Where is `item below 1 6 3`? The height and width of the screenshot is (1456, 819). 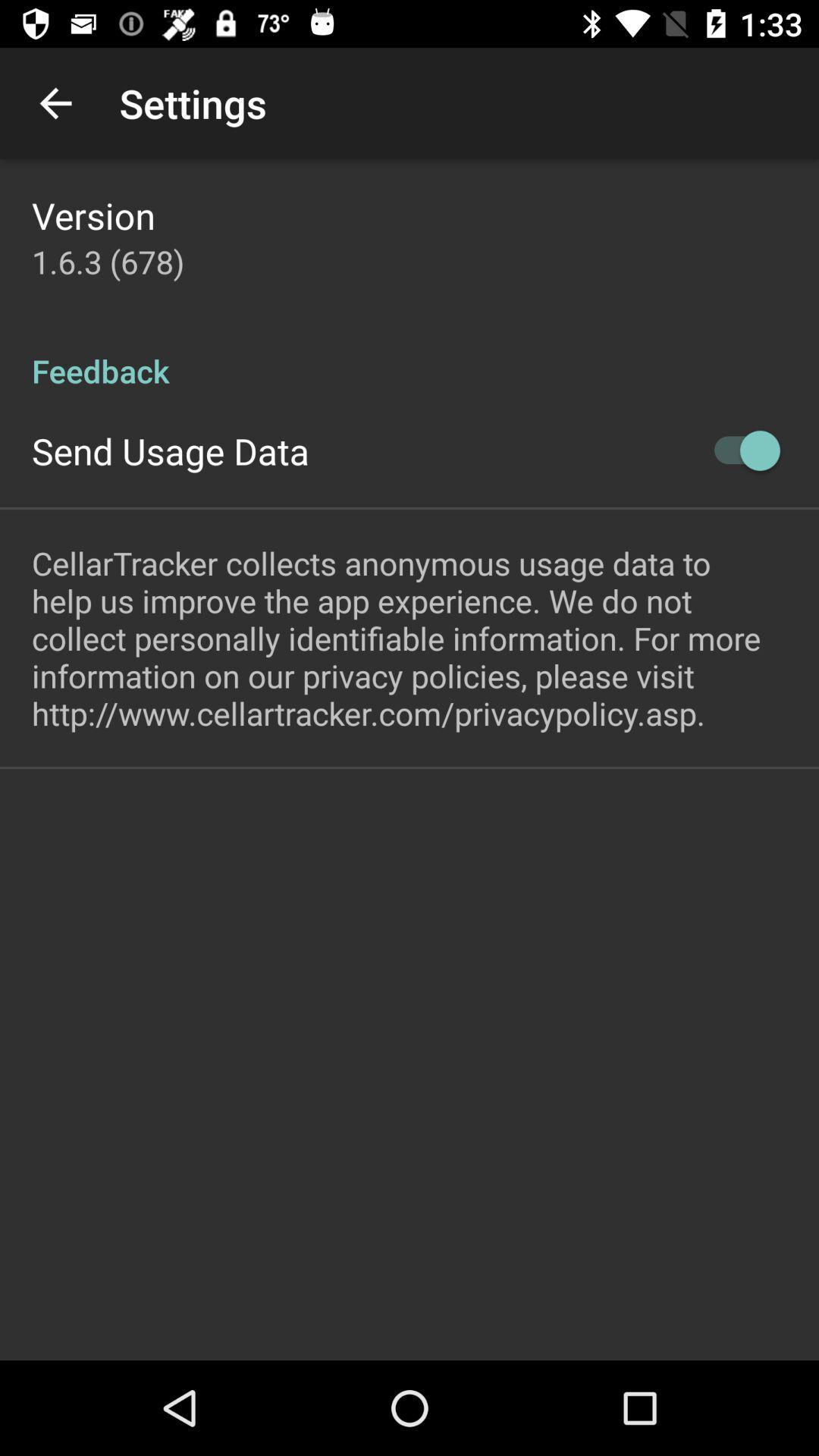 item below 1 6 3 is located at coordinates (409, 353).